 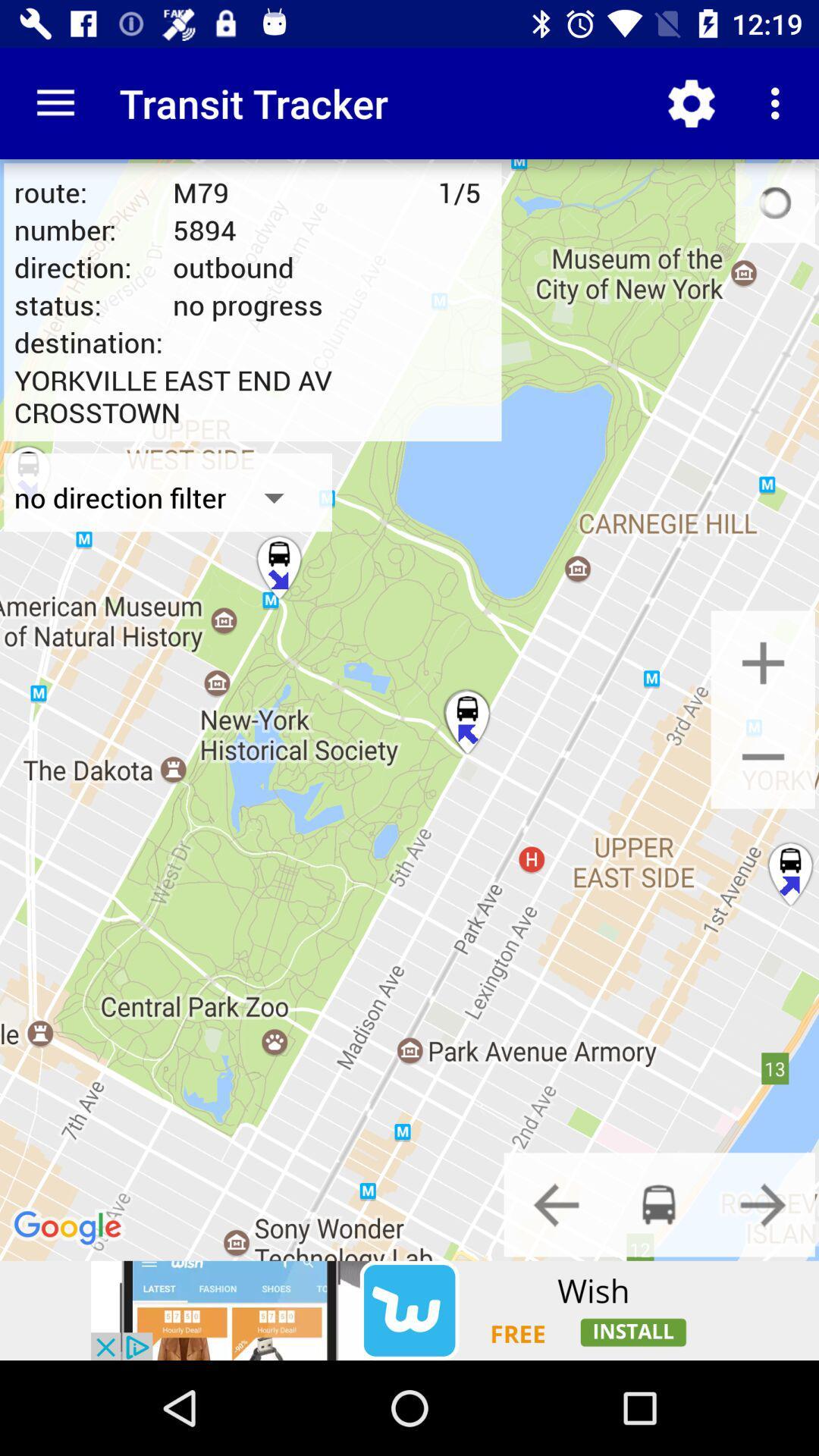 What do you see at coordinates (658, 1203) in the screenshot?
I see `to find bus travel options` at bounding box center [658, 1203].